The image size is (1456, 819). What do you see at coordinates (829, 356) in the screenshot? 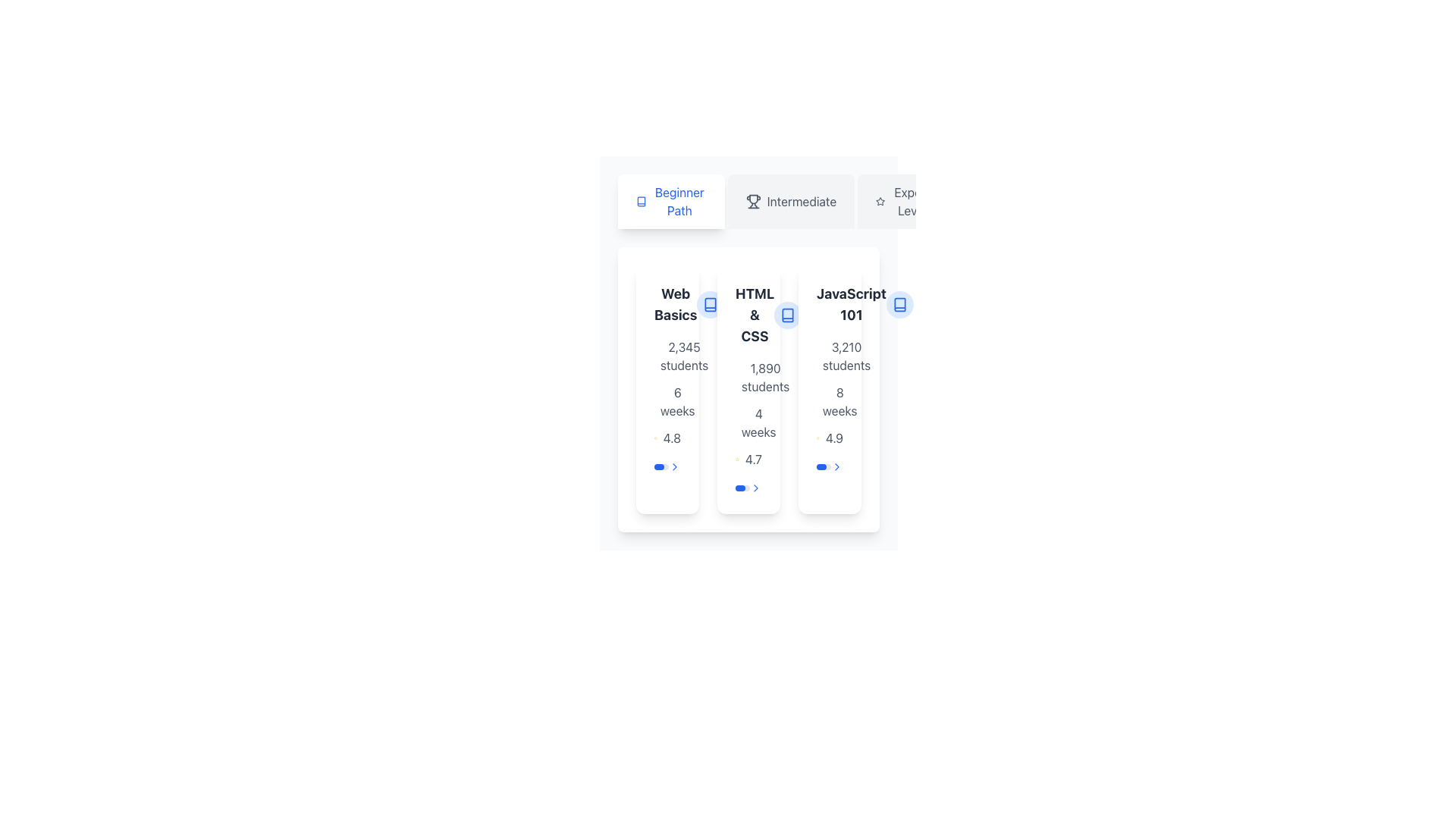
I see `the text label displaying the number of students for the 'JavaScript 101' course, which is located under the title within the course box` at bounding box center [829, 356].